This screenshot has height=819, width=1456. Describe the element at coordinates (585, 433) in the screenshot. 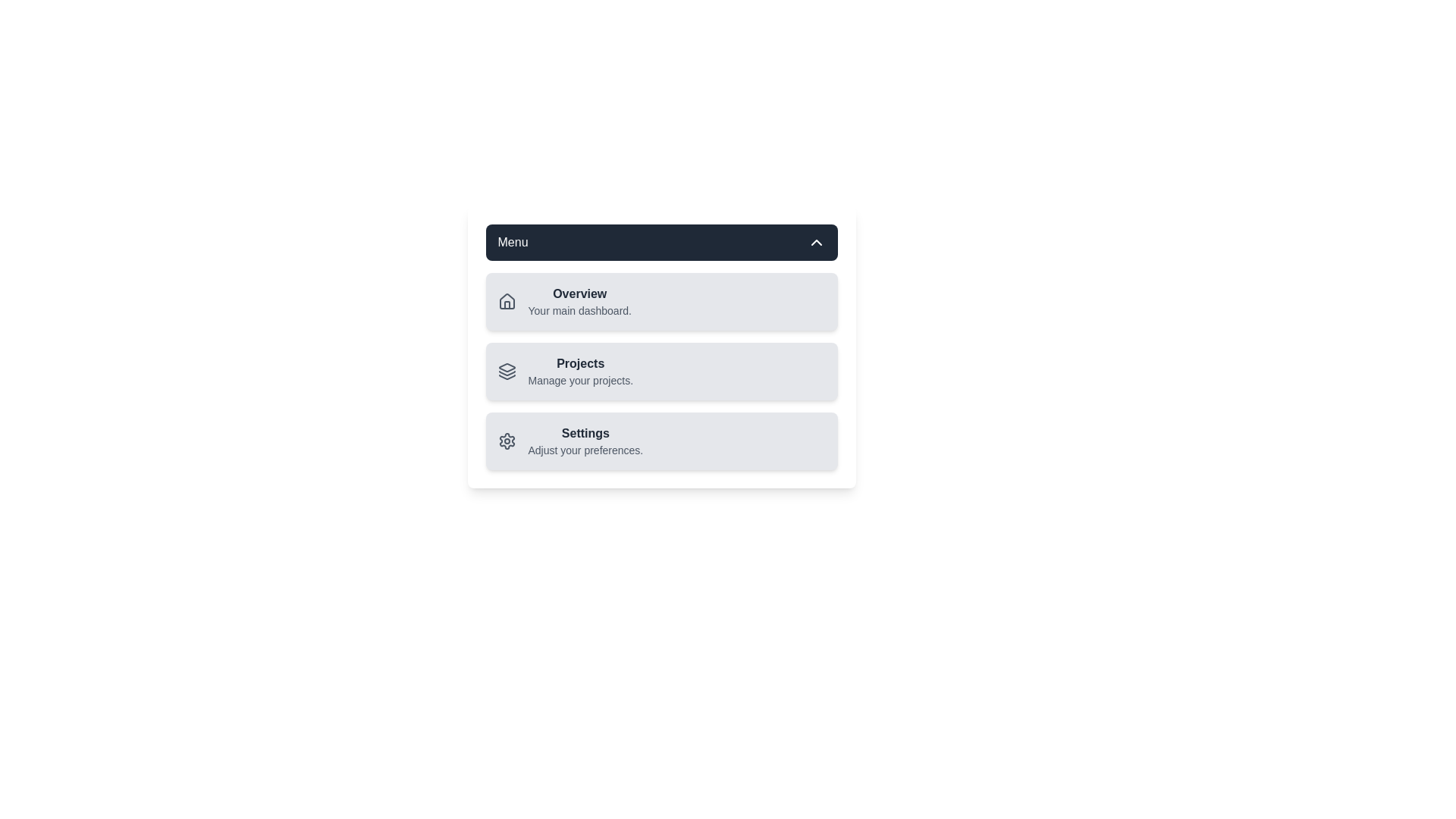

I see `the text of the menu item Settings to select it` at that location.